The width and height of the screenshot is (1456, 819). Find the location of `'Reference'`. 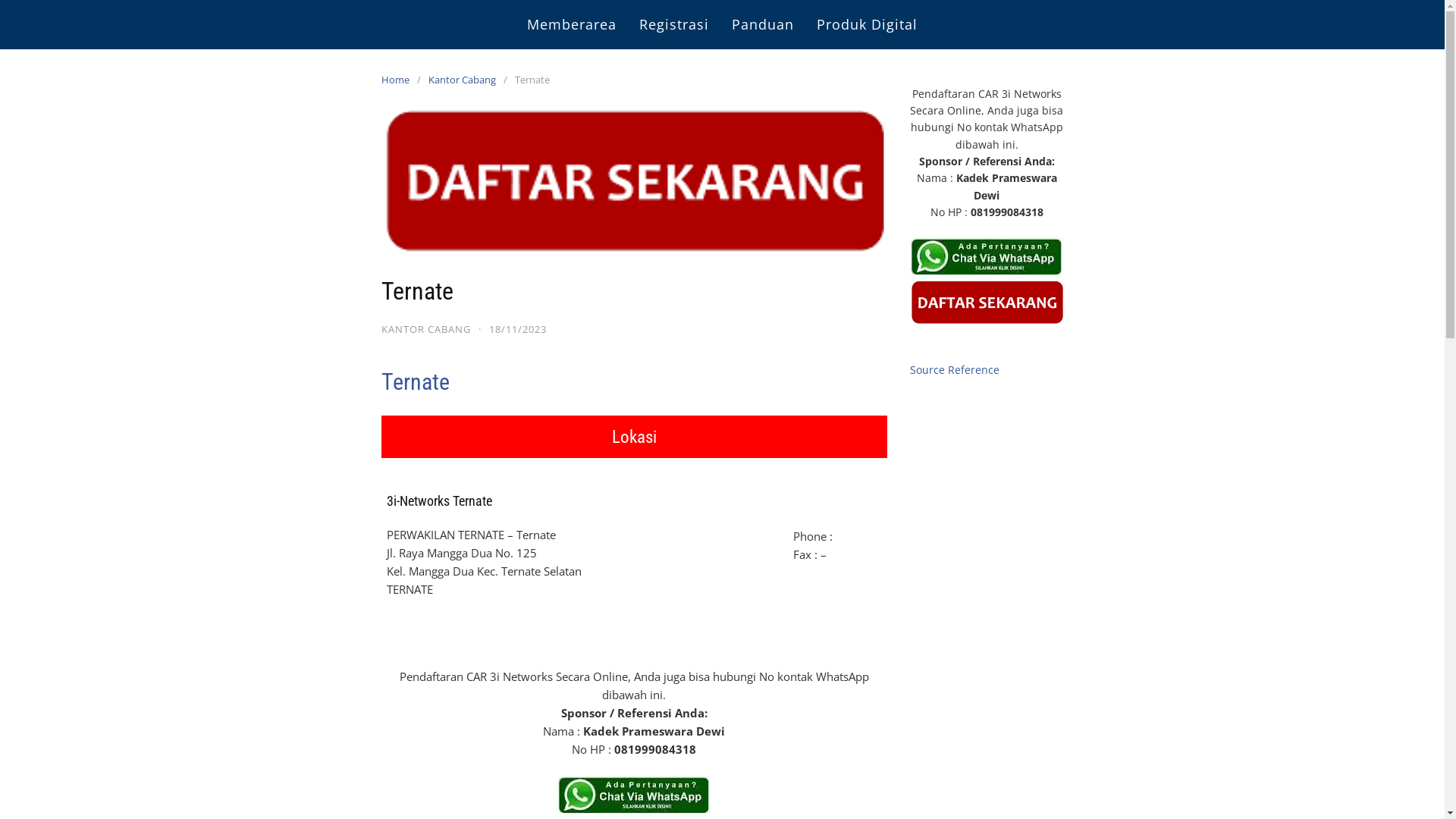

'Reference' is located at coordinates (973, 369).